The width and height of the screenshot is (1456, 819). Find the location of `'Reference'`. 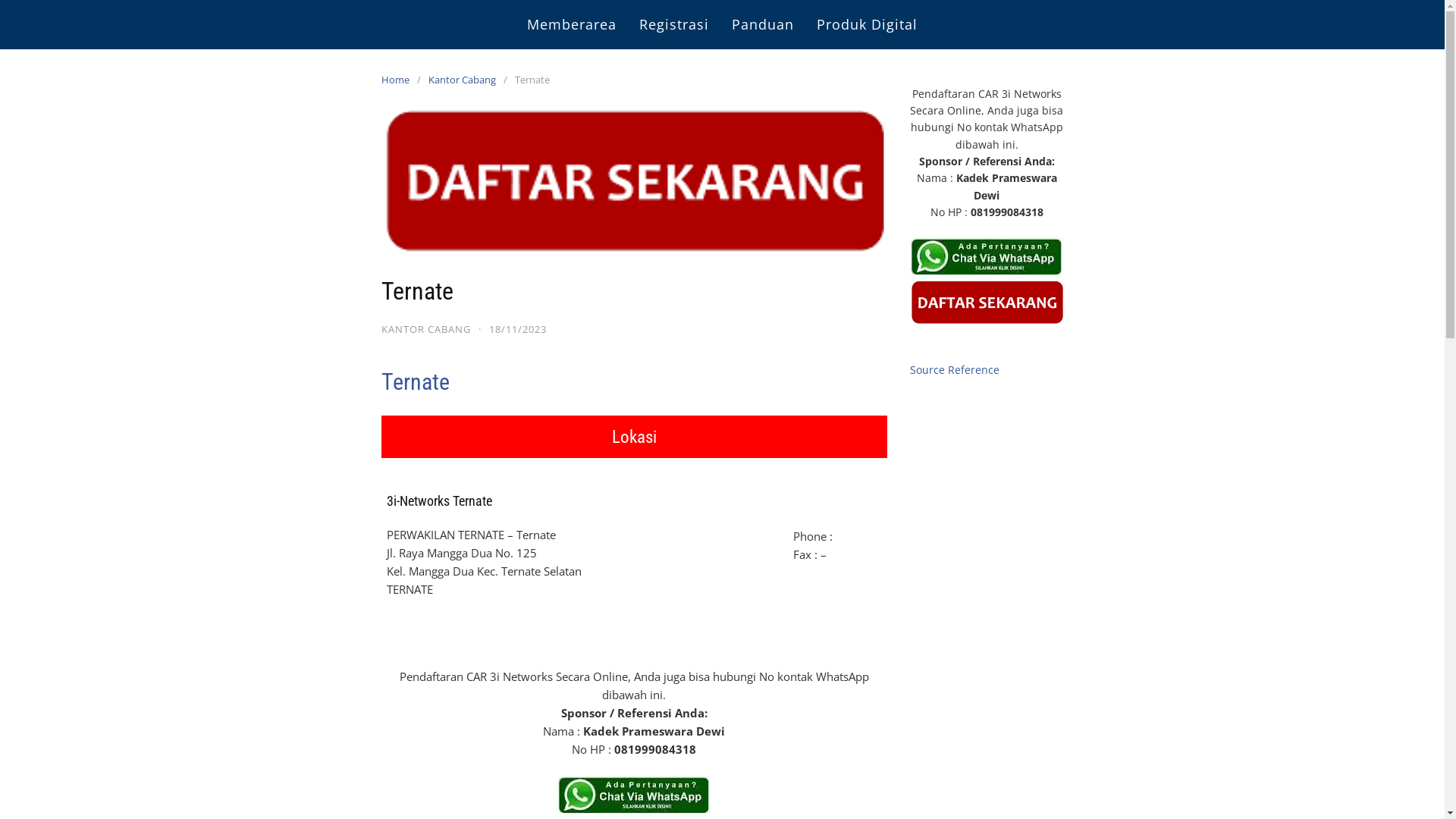

'Reference' is located at coordinates (973, 369).